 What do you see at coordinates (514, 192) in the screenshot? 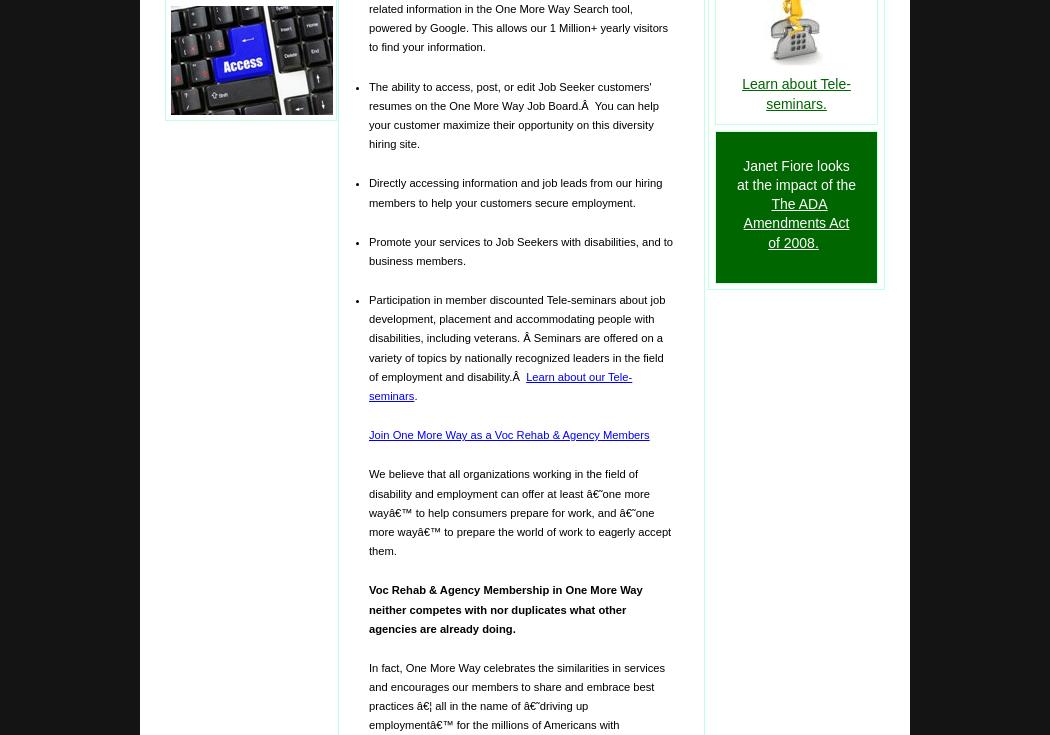
I see `'Directly accessing information and job leads from our hiring       members to help your customers secure employment.'` at bounding box center [514, 192].